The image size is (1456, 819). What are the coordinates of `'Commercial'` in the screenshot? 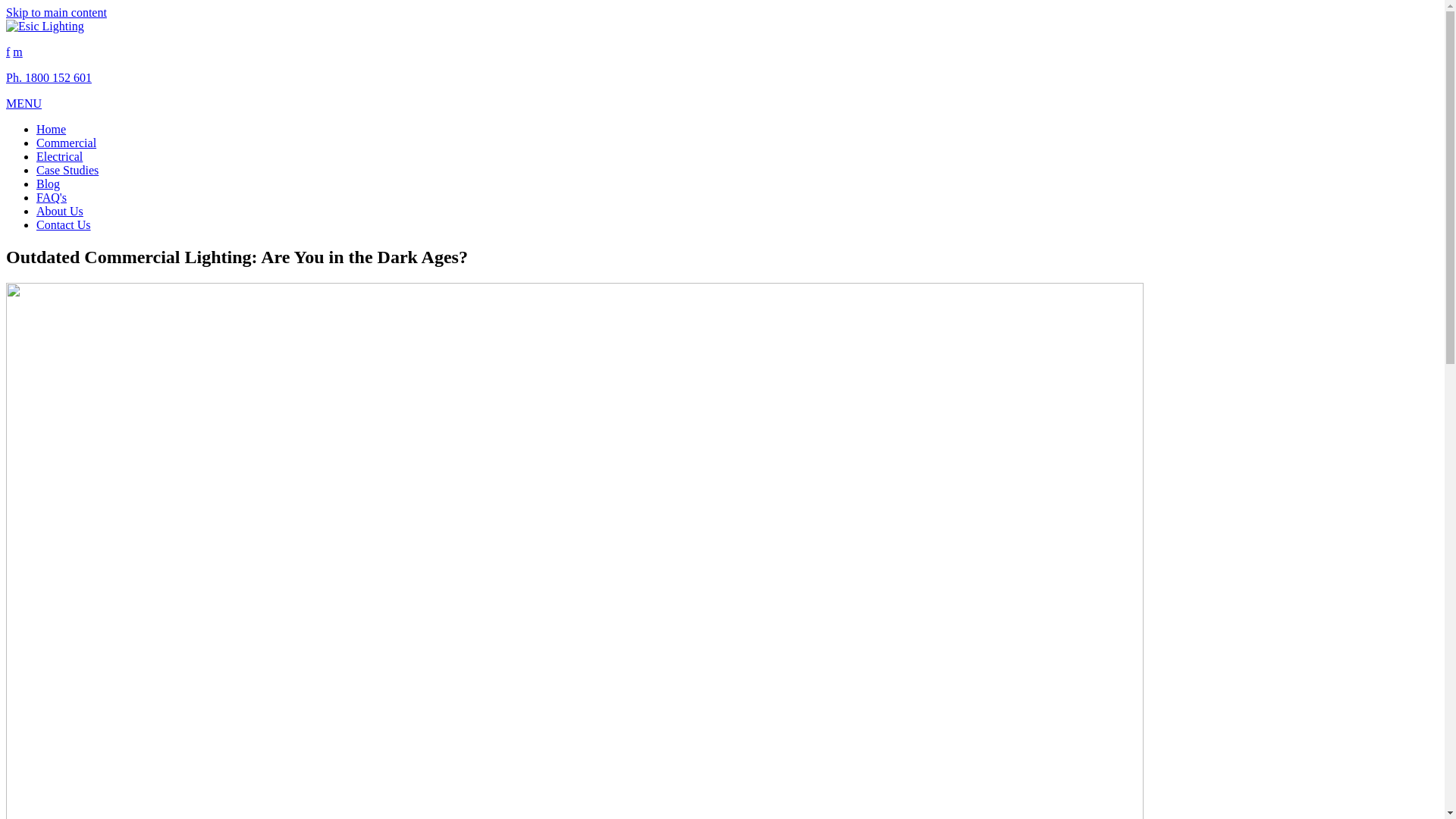 It's located at (65, 143).